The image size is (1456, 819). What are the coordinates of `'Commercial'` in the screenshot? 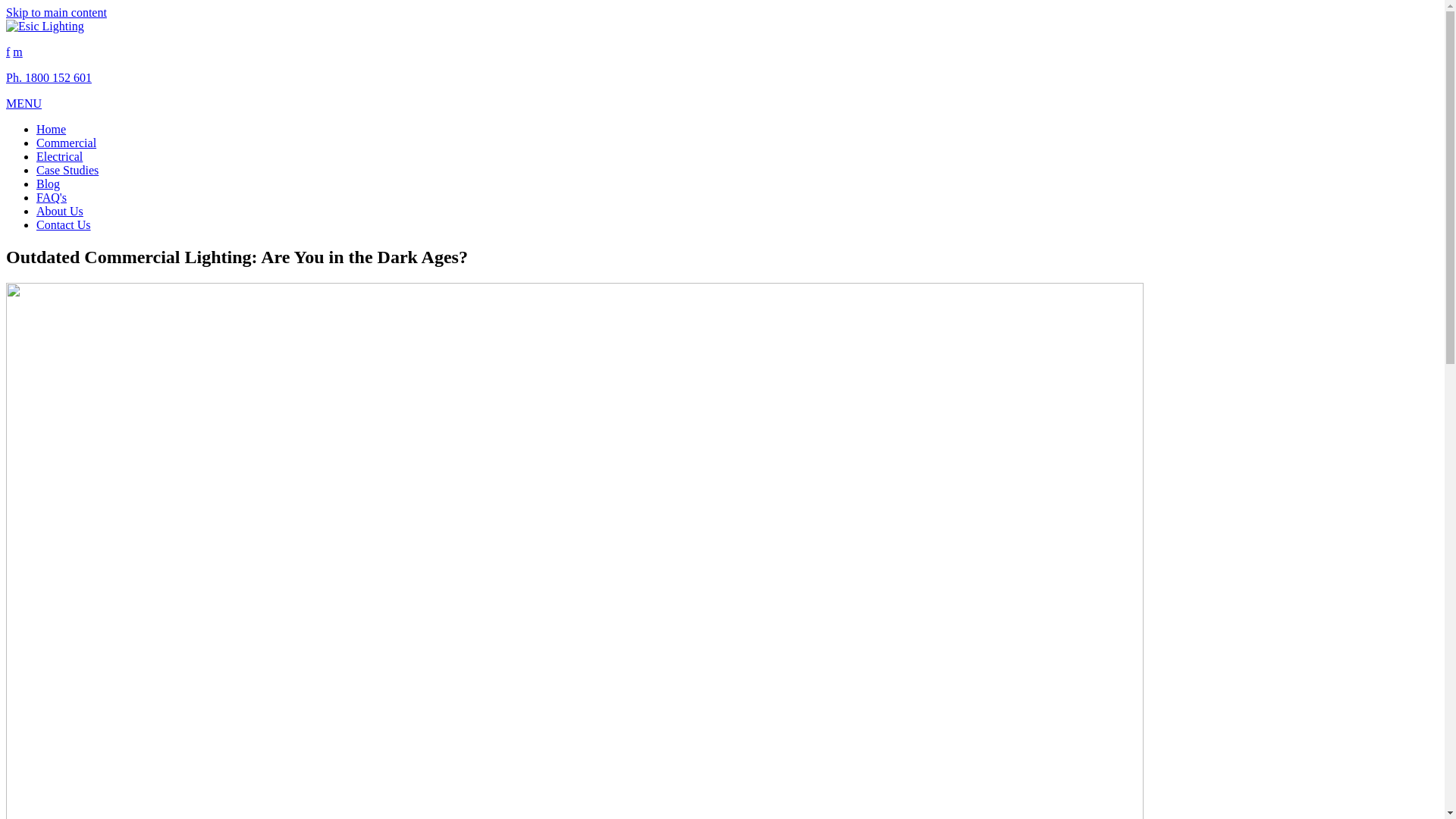 It's located at (65, 143).